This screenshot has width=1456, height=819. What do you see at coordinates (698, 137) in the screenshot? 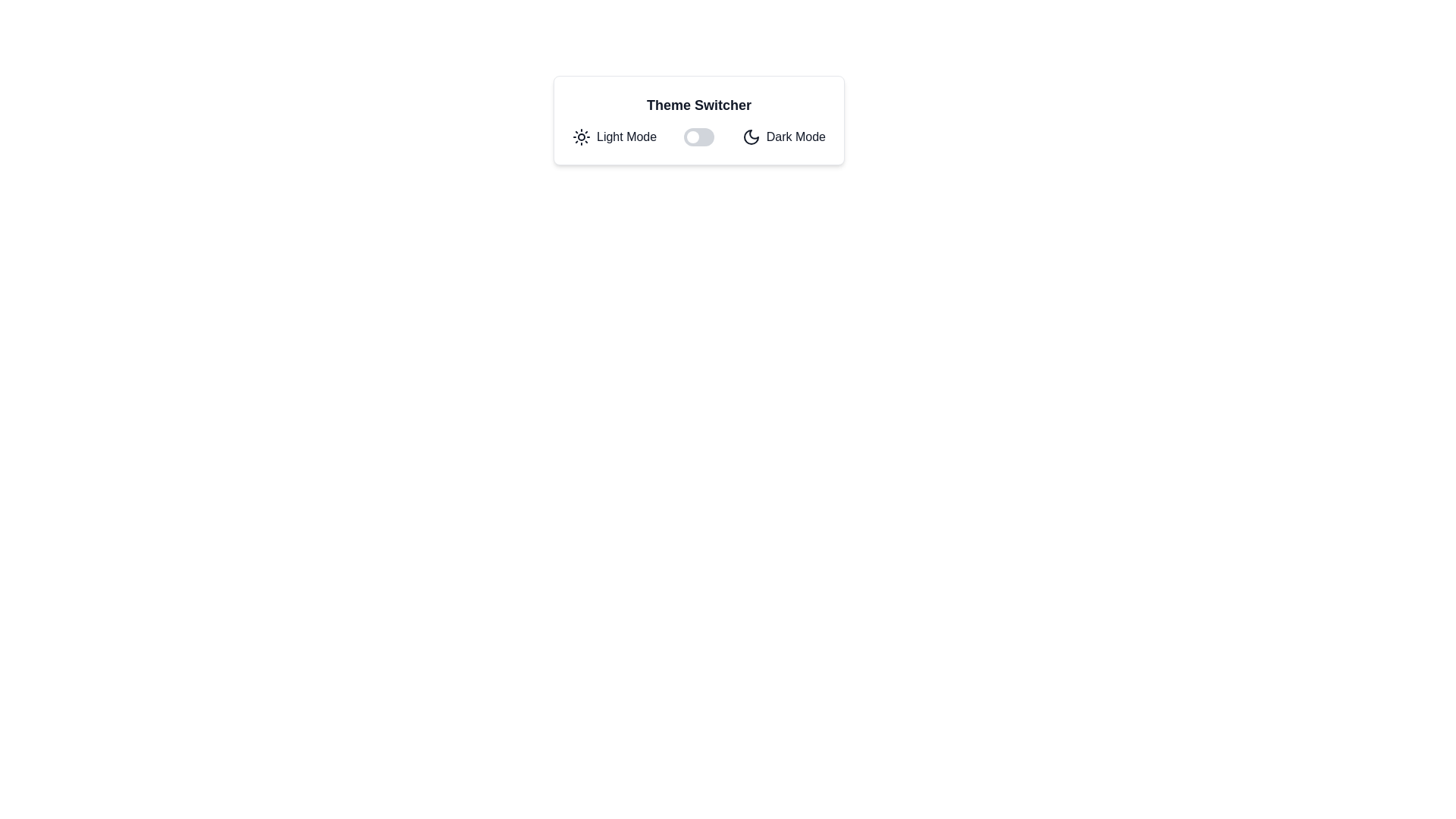
I see `the toggle switch located at the center of the 'Theme Switcher' UI component` at bounding box center [698, 137].